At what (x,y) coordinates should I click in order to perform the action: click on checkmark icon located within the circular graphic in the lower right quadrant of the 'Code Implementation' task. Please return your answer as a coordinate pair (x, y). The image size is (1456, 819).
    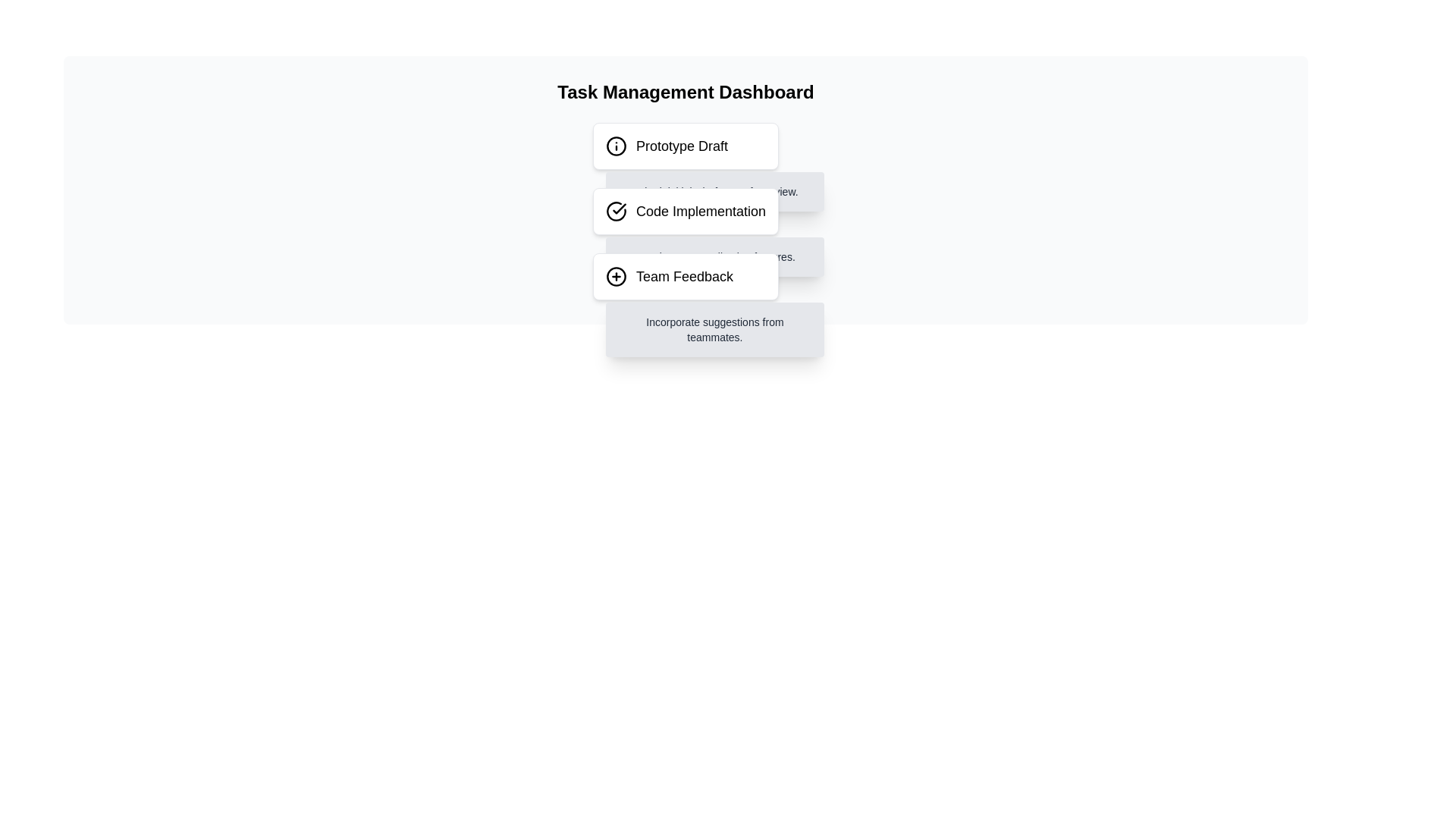
    Looking at the image, I should click on (619, 209).